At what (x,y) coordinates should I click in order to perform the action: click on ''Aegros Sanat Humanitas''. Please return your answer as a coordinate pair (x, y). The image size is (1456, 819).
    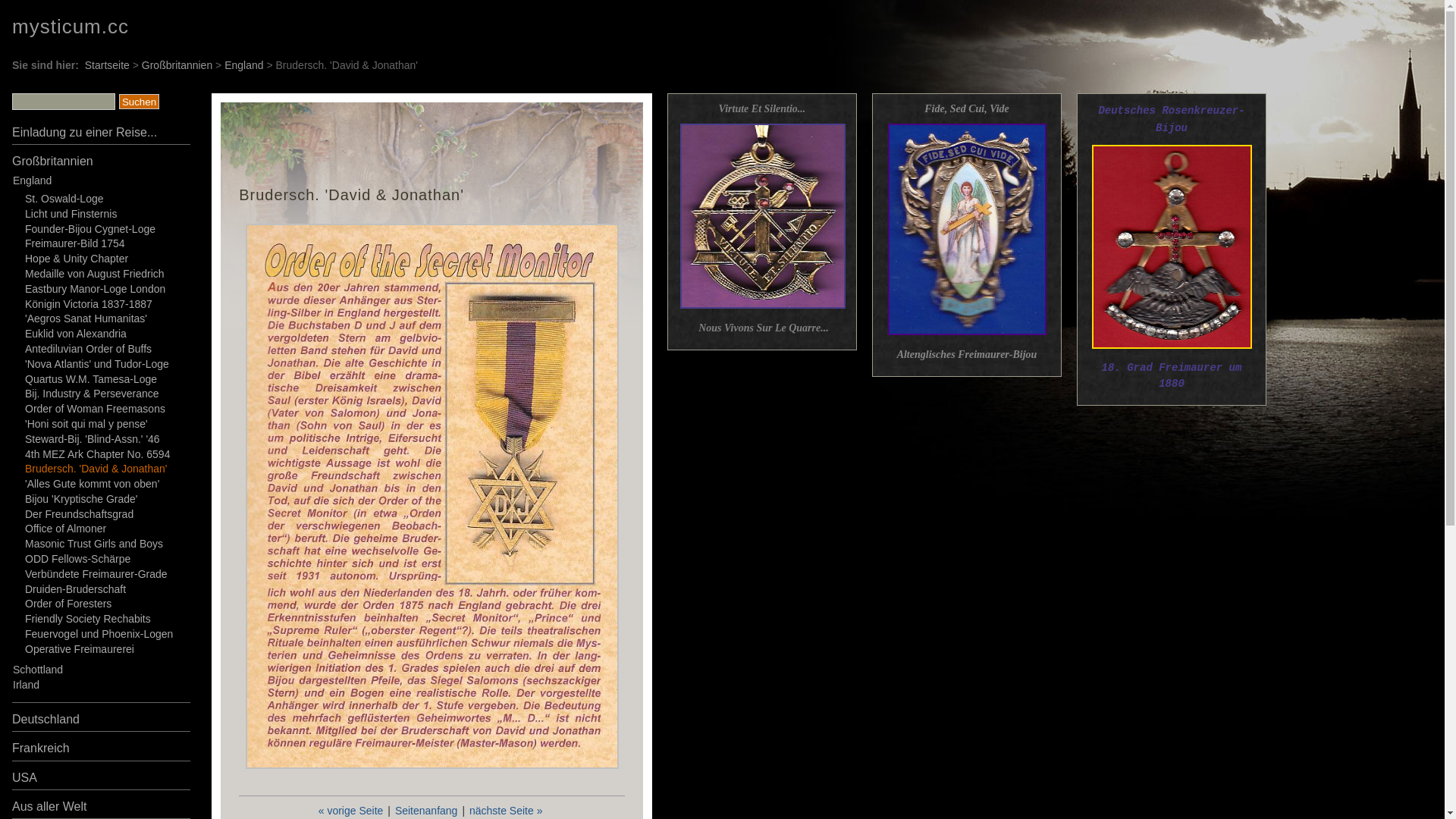
    Looking at the image, I should click on (85, 318).